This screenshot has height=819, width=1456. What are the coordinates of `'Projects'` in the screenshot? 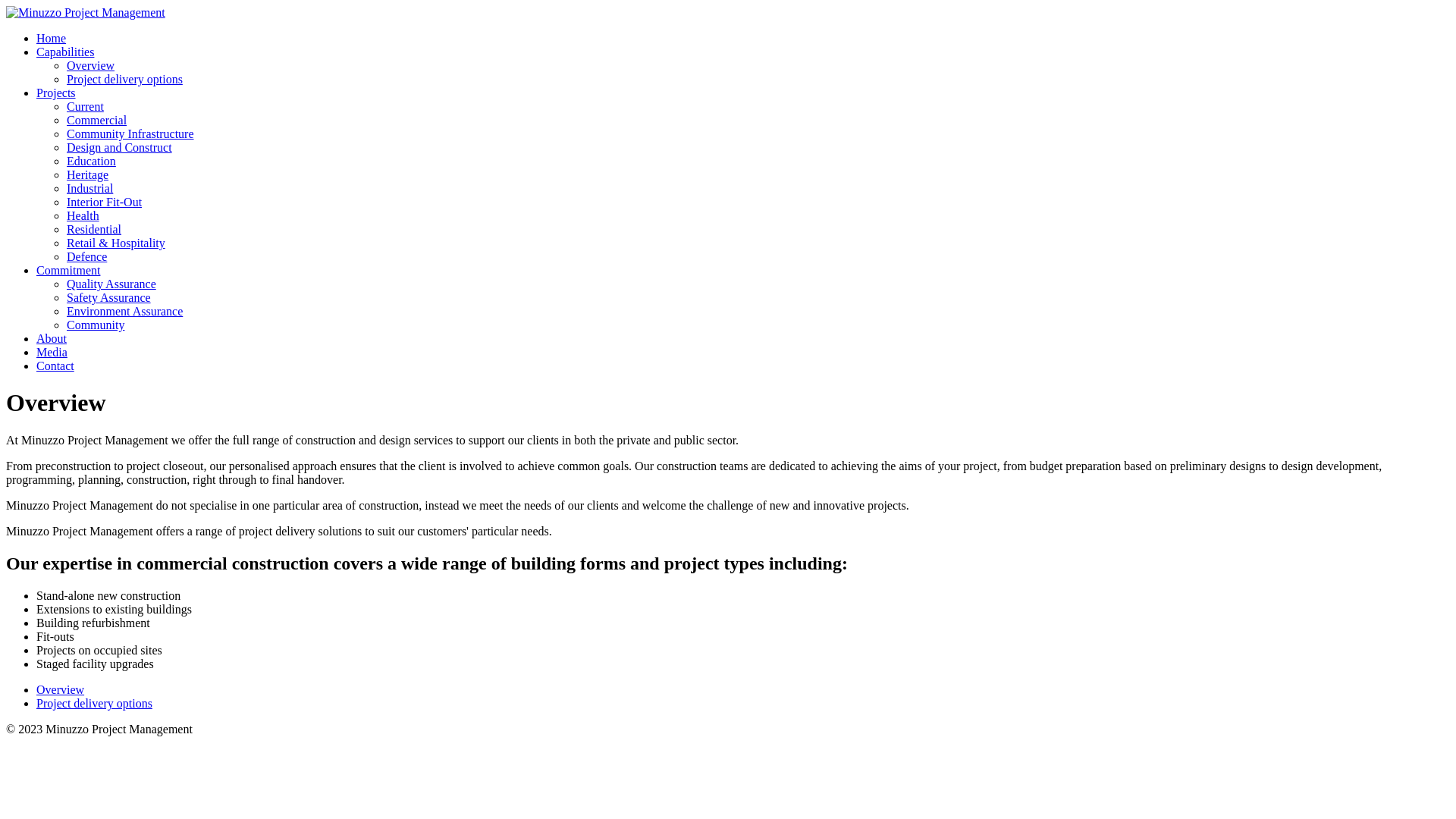 It's located at (55, 93).